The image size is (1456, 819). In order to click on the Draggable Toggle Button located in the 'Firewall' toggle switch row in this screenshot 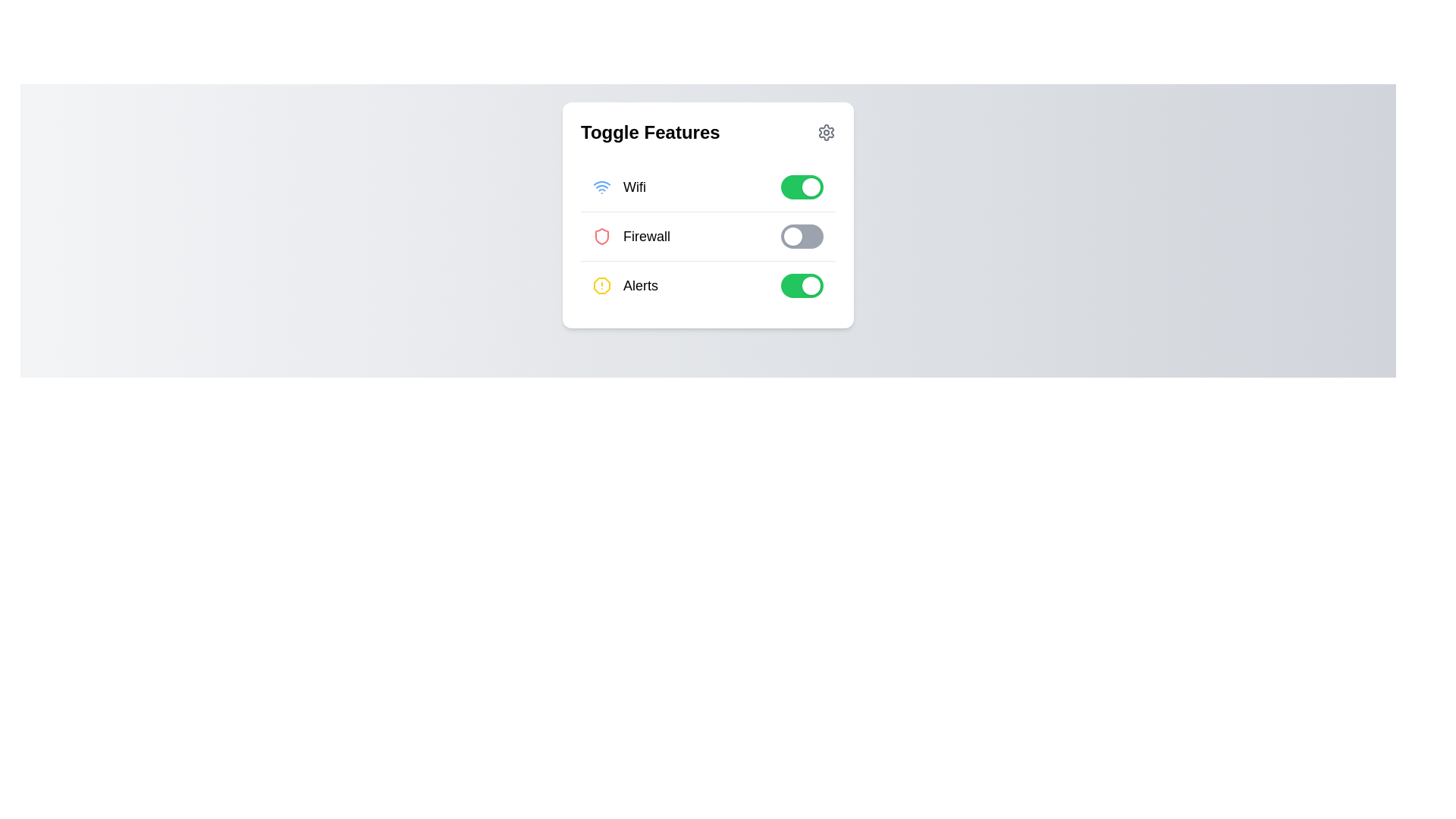, I will do `click(792, 237)`.